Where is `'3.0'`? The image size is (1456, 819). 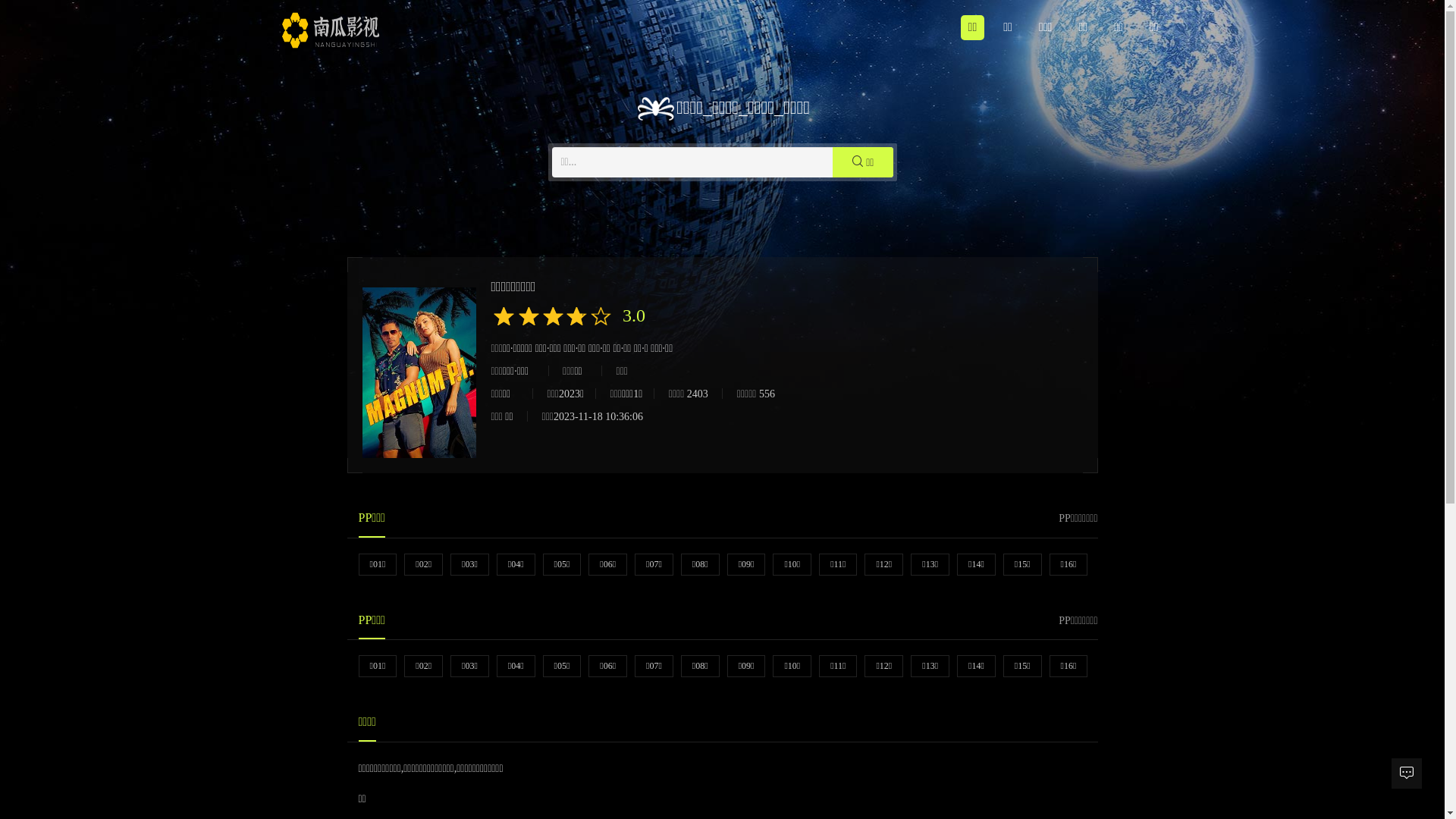
'3.0' is located at coordinates (629, 317).